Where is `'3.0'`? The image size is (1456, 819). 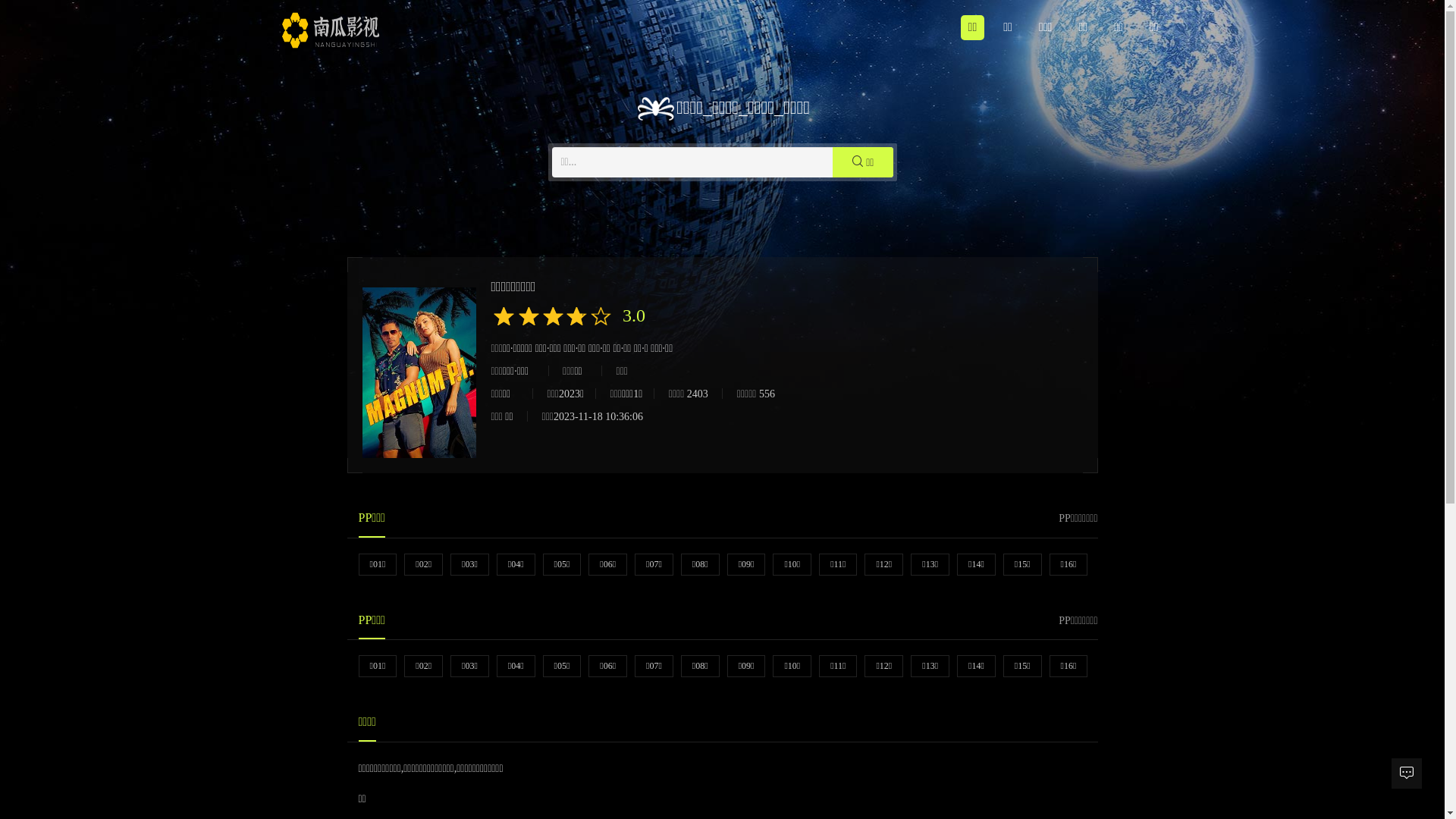
'3.0' is located at coordinates (629, 317).